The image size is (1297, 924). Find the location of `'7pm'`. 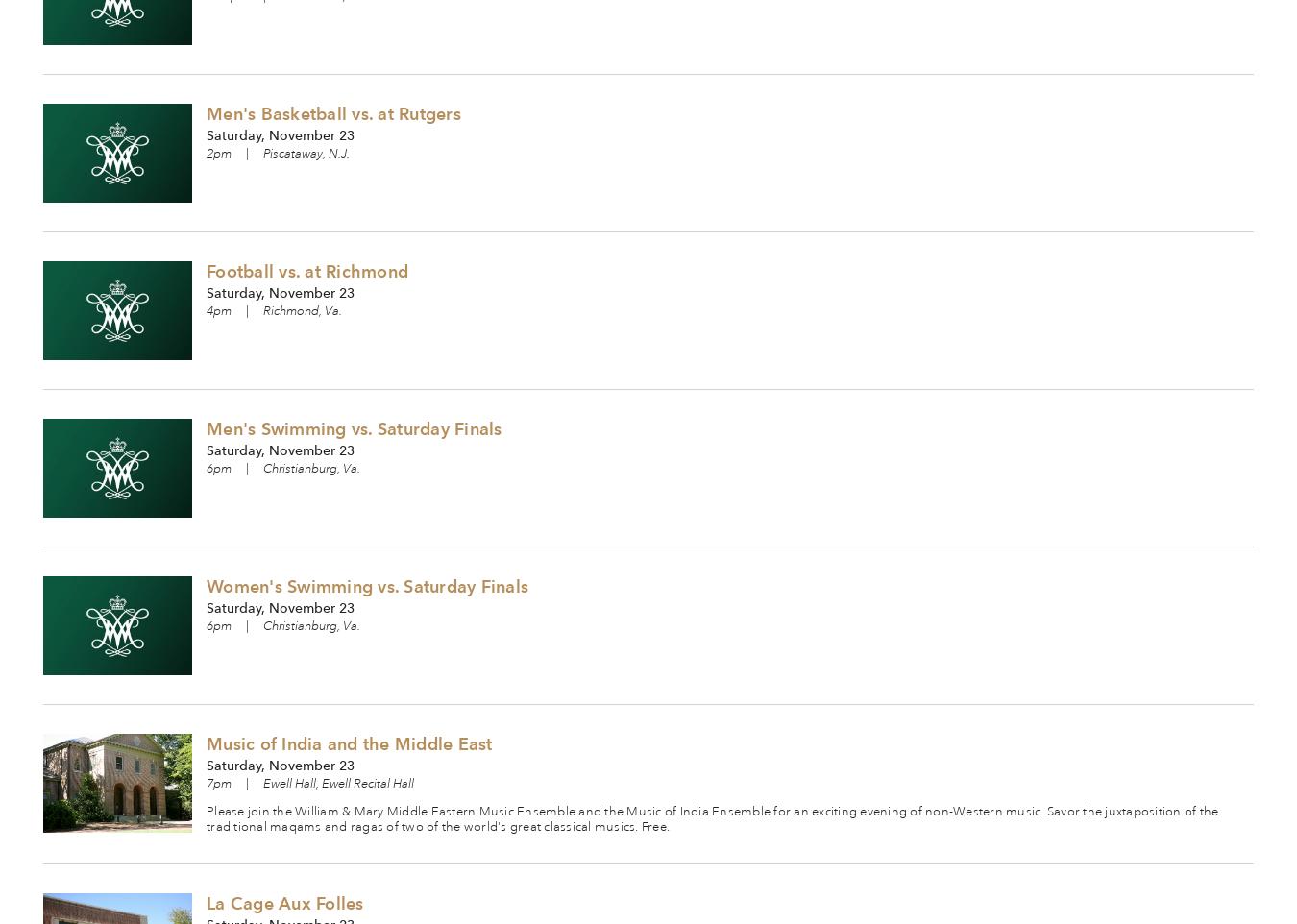

'7pm' is located at coordinates (218, 782).